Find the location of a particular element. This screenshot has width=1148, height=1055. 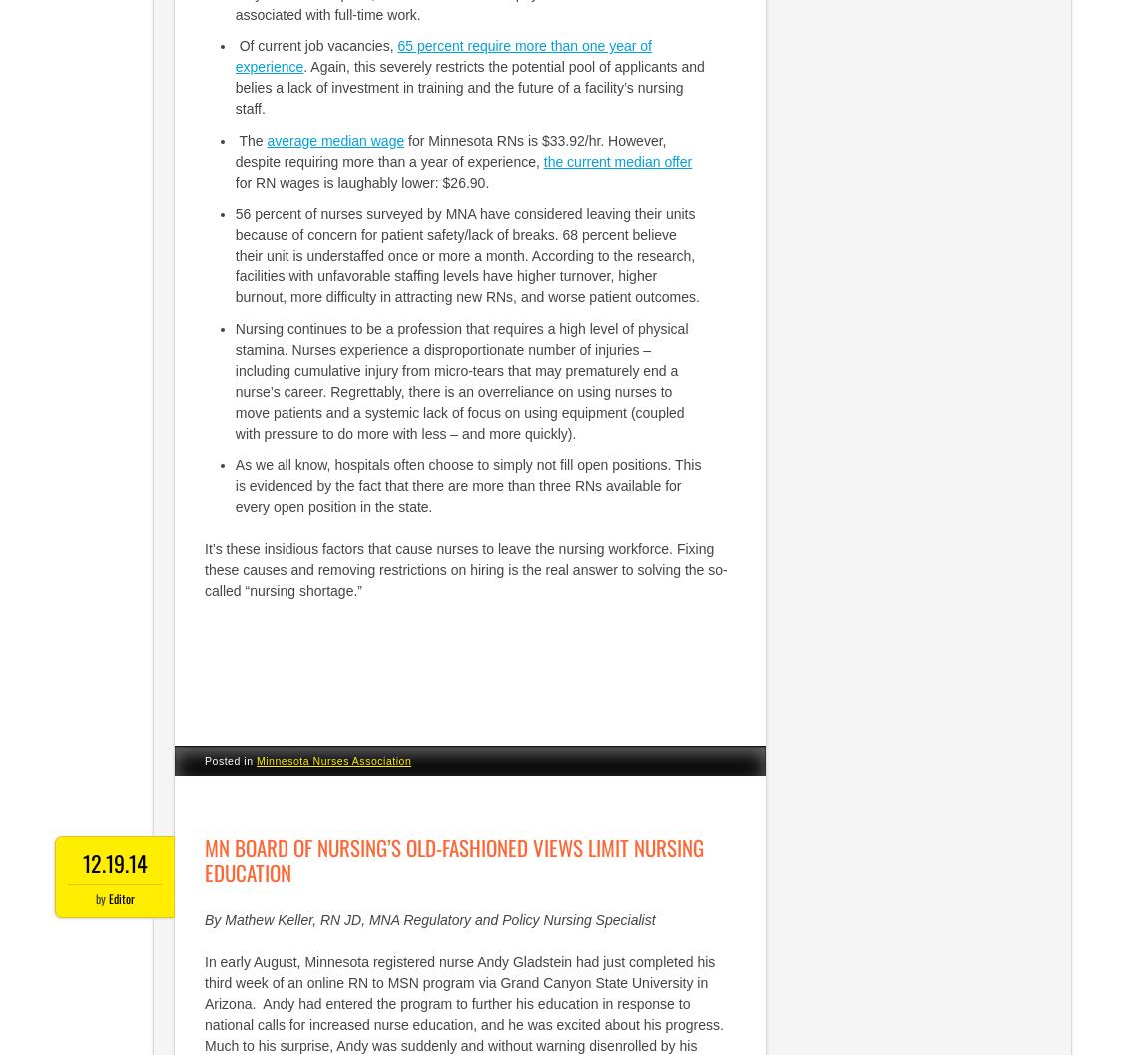

'Editor' is located at coordinates (119, 896).